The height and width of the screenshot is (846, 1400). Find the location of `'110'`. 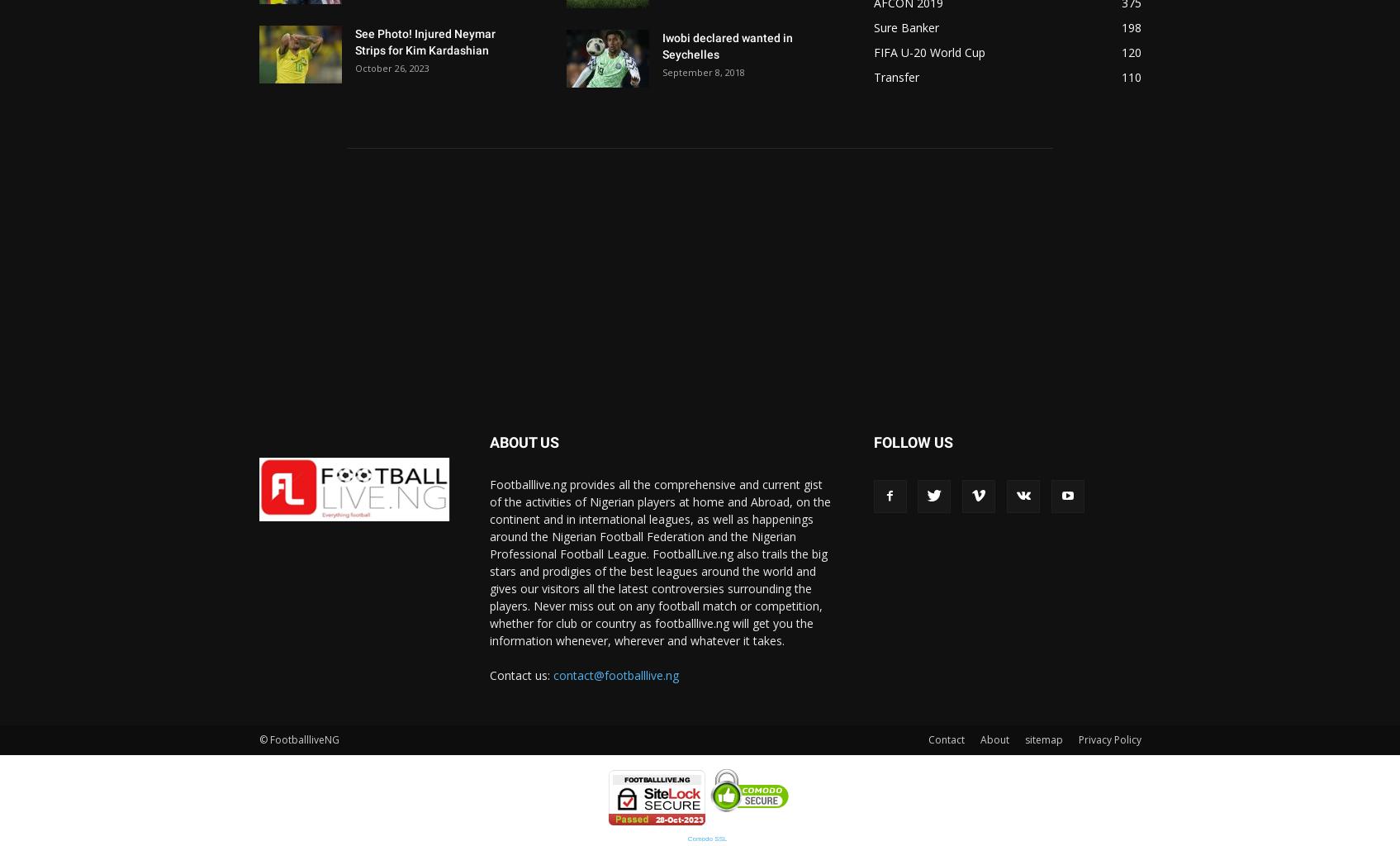

'110' is located at coordinates (1121, 77).